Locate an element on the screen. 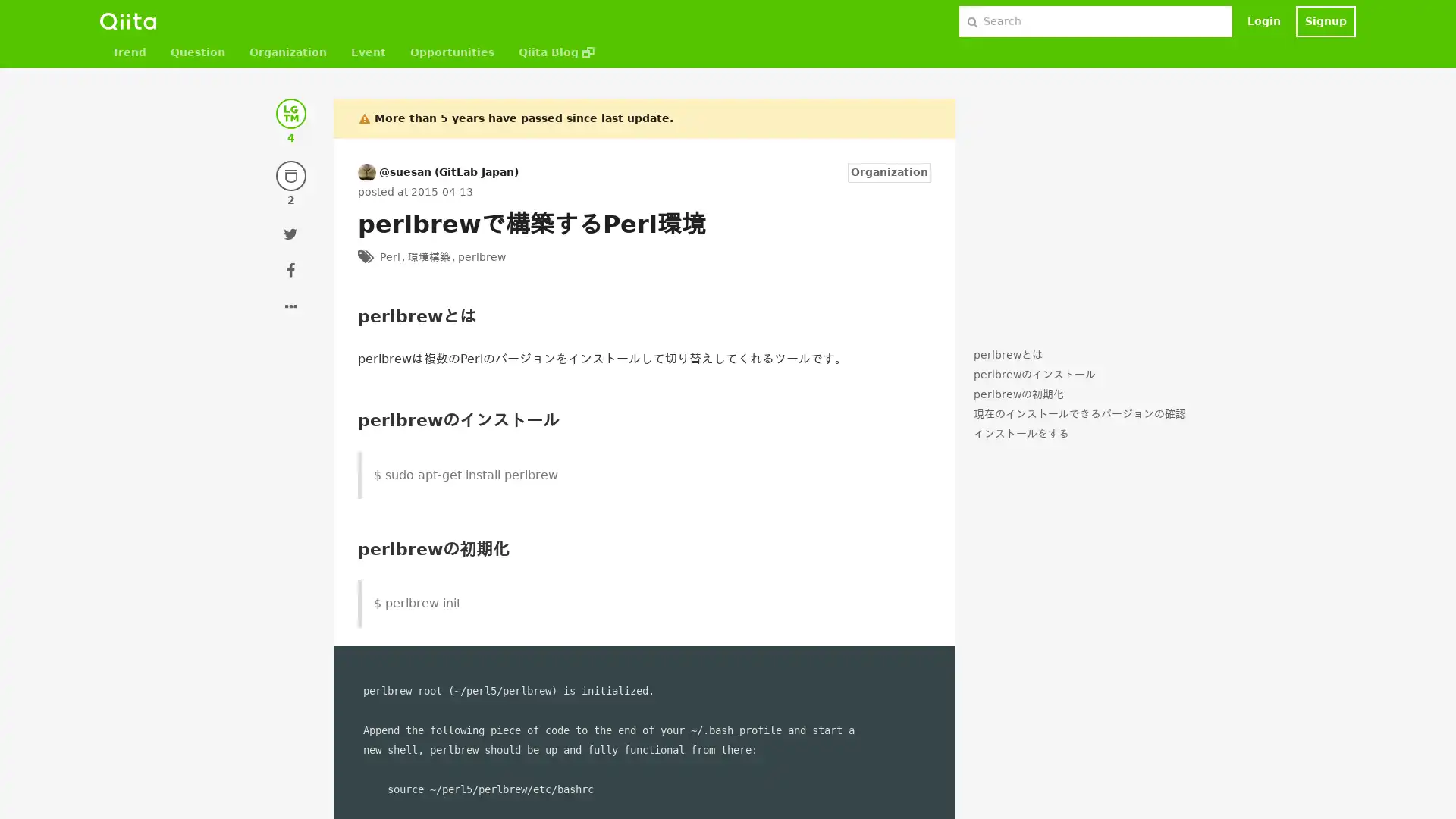 This screenshot has height=819, width=1456. twitter is located at coordinates (291, 234).